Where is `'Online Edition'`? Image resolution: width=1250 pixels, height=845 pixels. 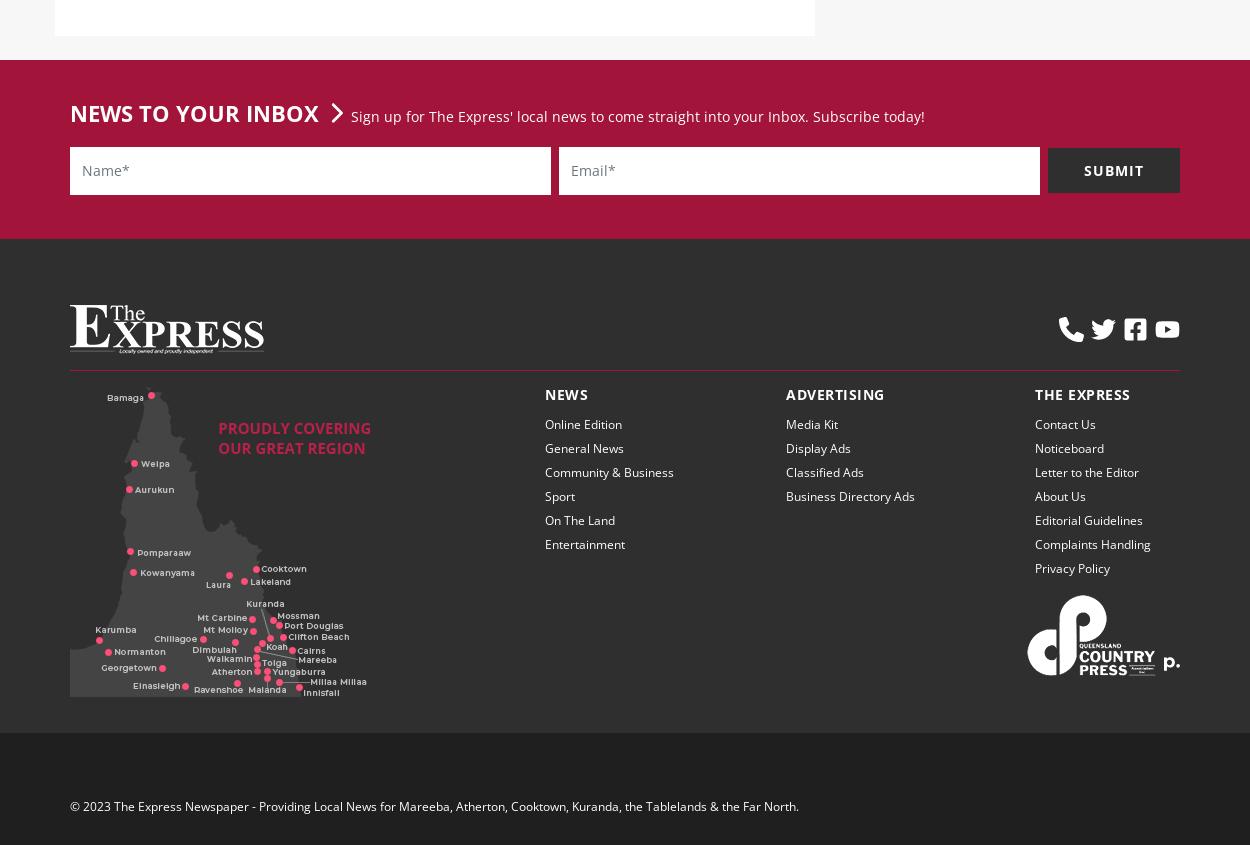
'Online Edition' is located at coordinates (582, 440).